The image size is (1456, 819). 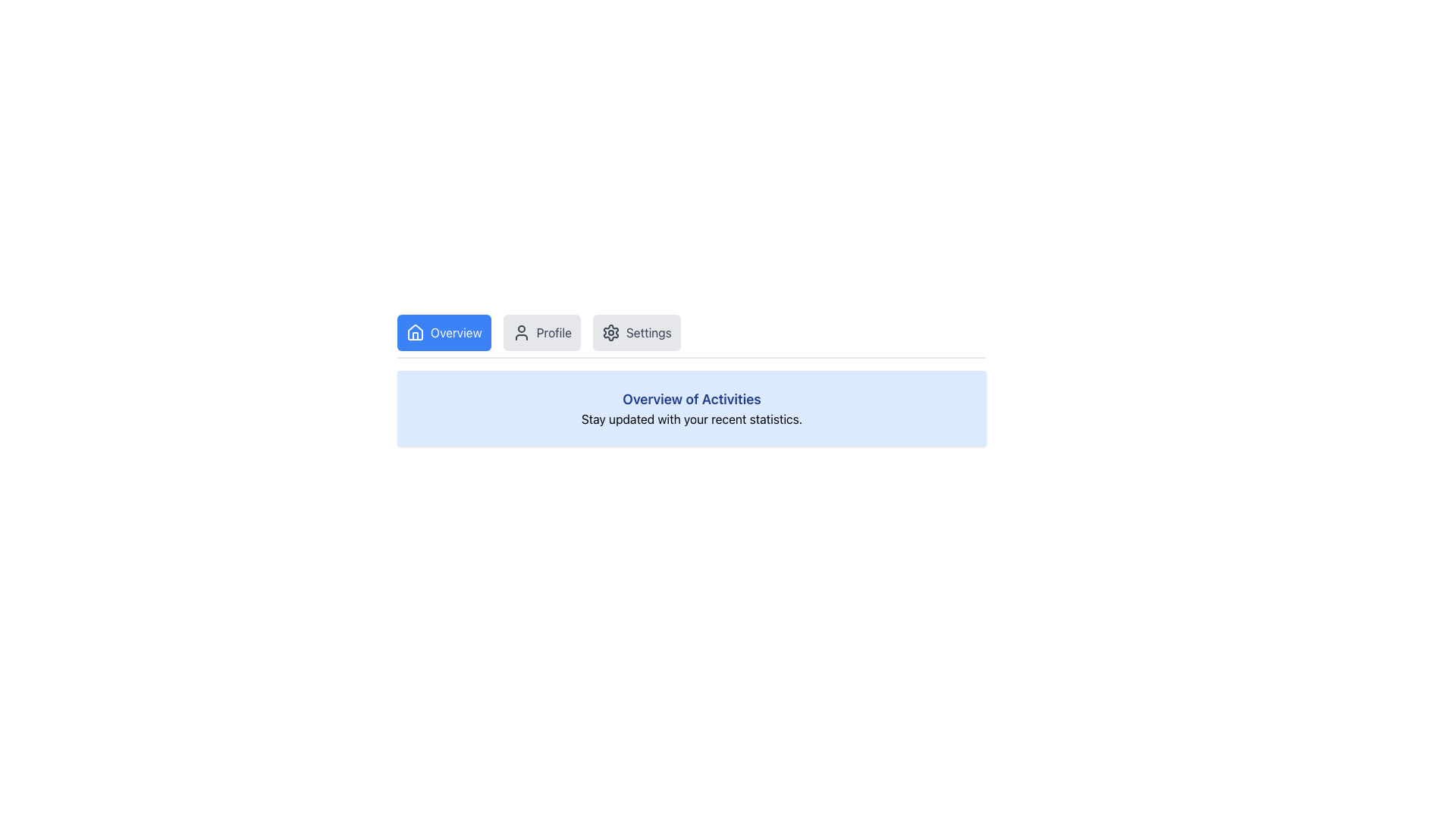 What do you see at coordinates (691, 399) in the screenshot?
I see `the text label that reads 'Overview of Activities', which is styled in bold, larger font, dark blue color, and located above the text 'Stay updated with your recent statistics'` at bounding box center [691, 399].